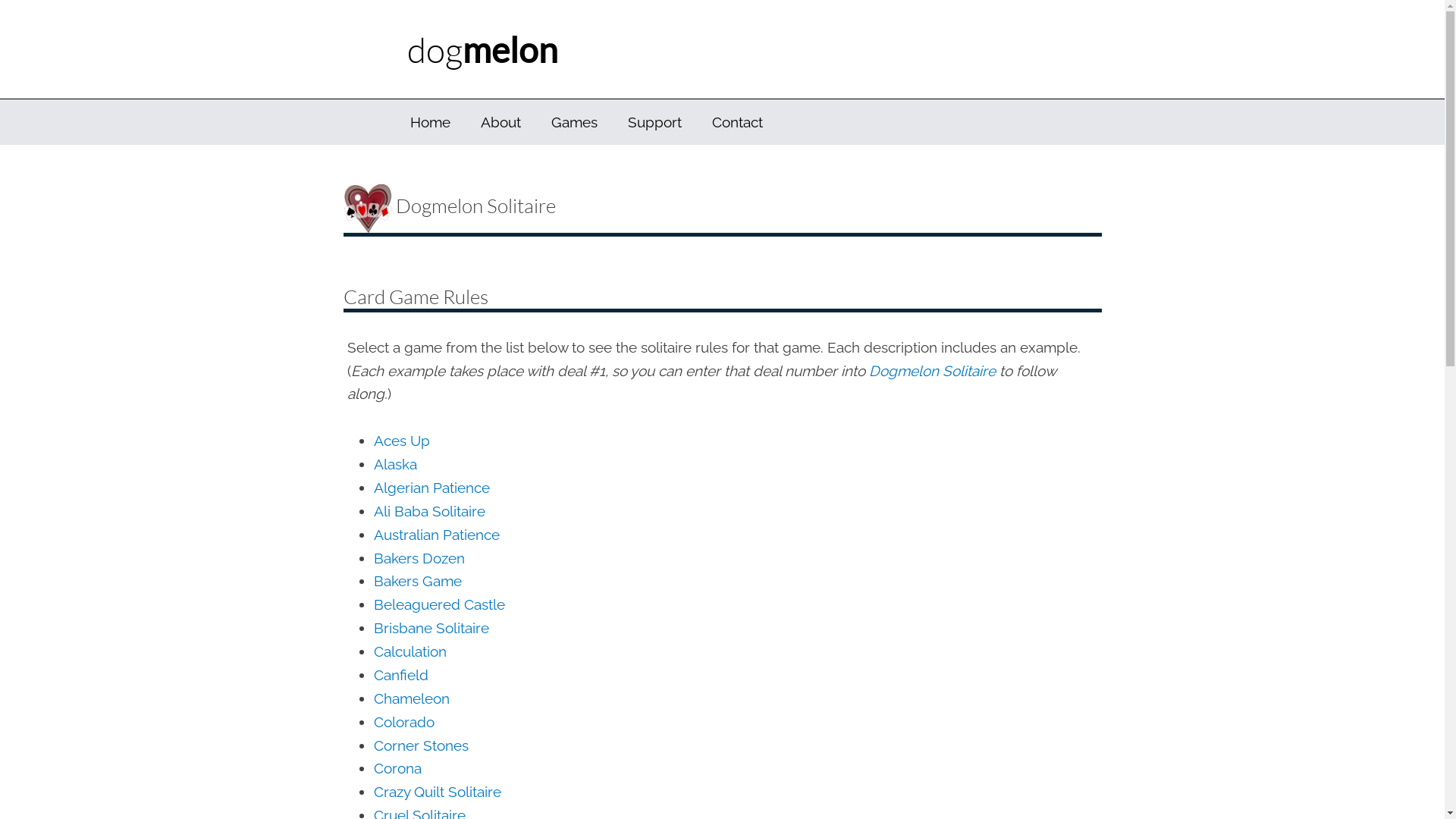  What do you see at coordinates (428, 511) in the screenshot?
I see `'Ali Baba Solitaire'` at bounding box center [428, 511].